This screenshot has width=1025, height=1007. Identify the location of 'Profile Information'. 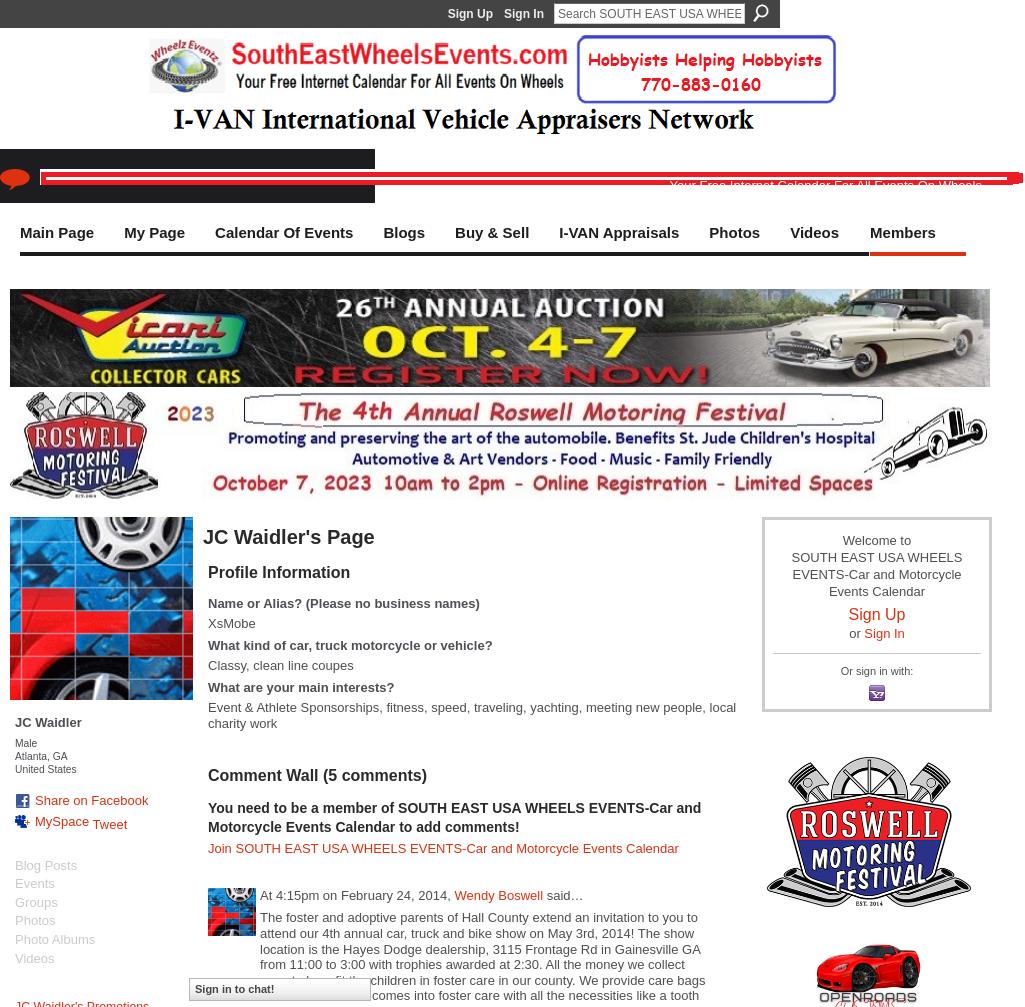
(278, 570).